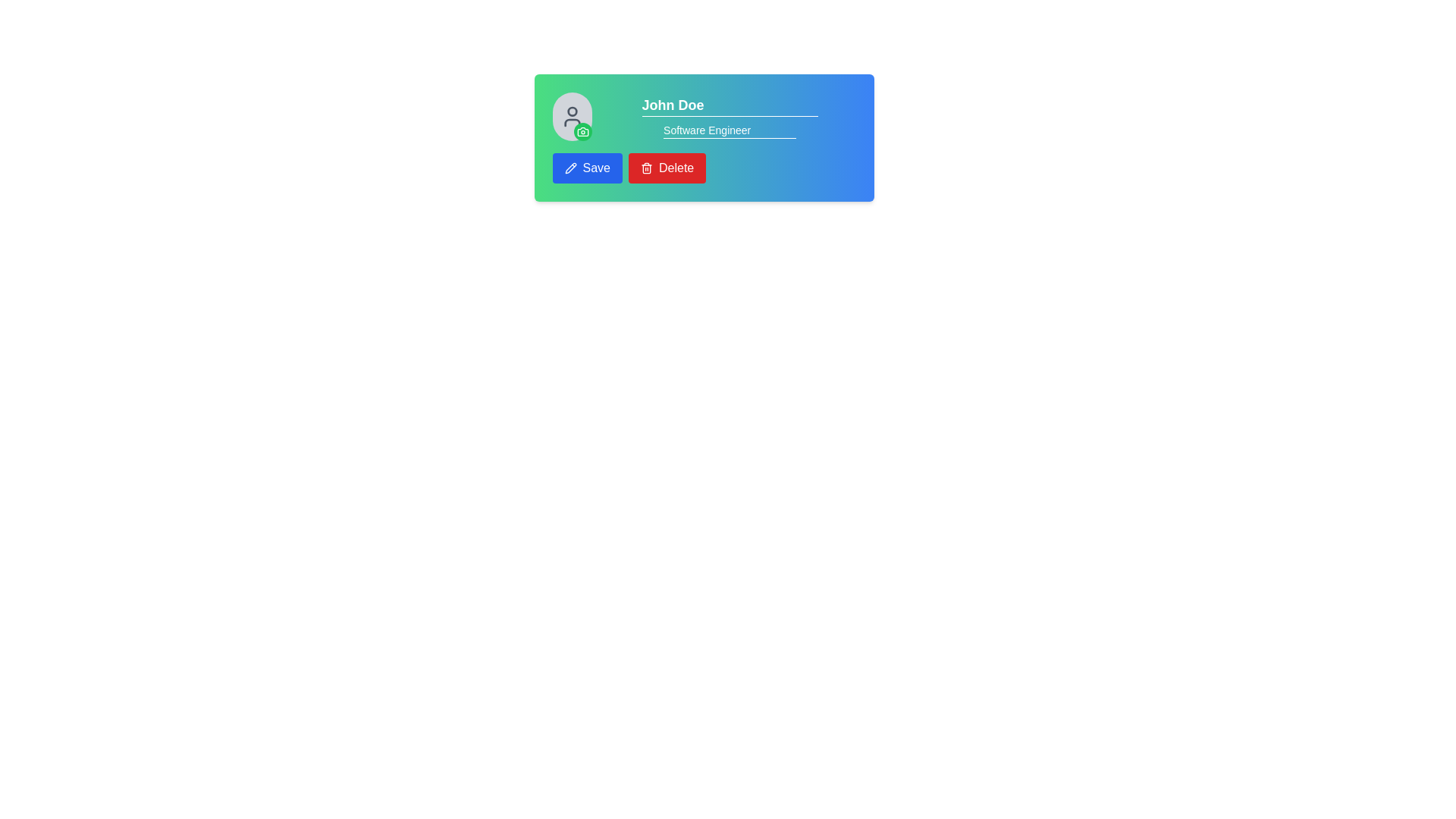 Image resolution: width=1456 pixels, height=819 pixels. What do you see at coordinates (676, 168) in the screenshot?
I see `the red 'Delete' button with a trash can icon, positioned to the right of the 'Save' button` at bounding box center [676, 168].